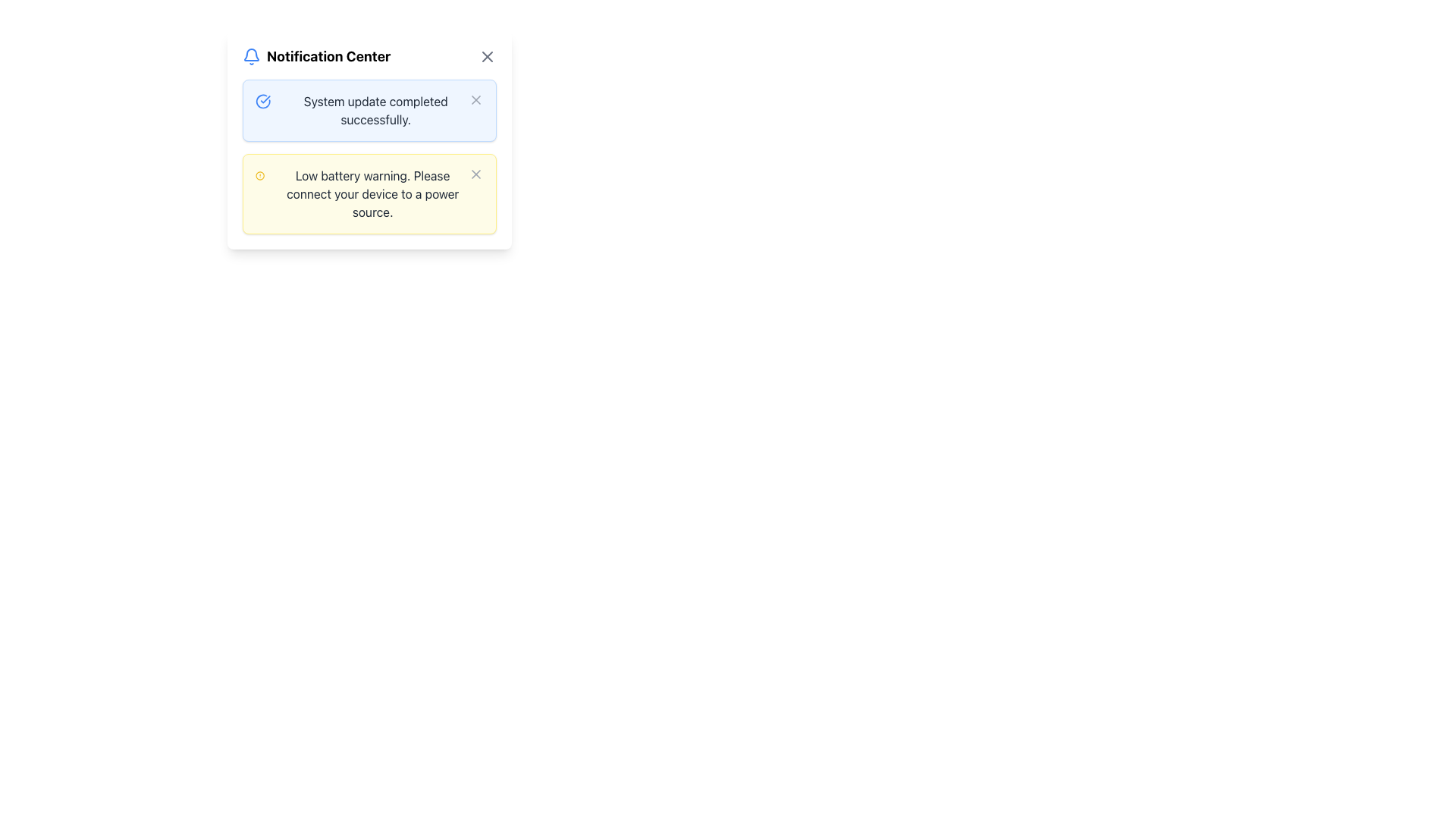 This screenshot has width=1456, height=819. Describe the element at coordinates (475, 99) in the screenshot. I see `the red cross icon button positioned within the notification box` at that location.